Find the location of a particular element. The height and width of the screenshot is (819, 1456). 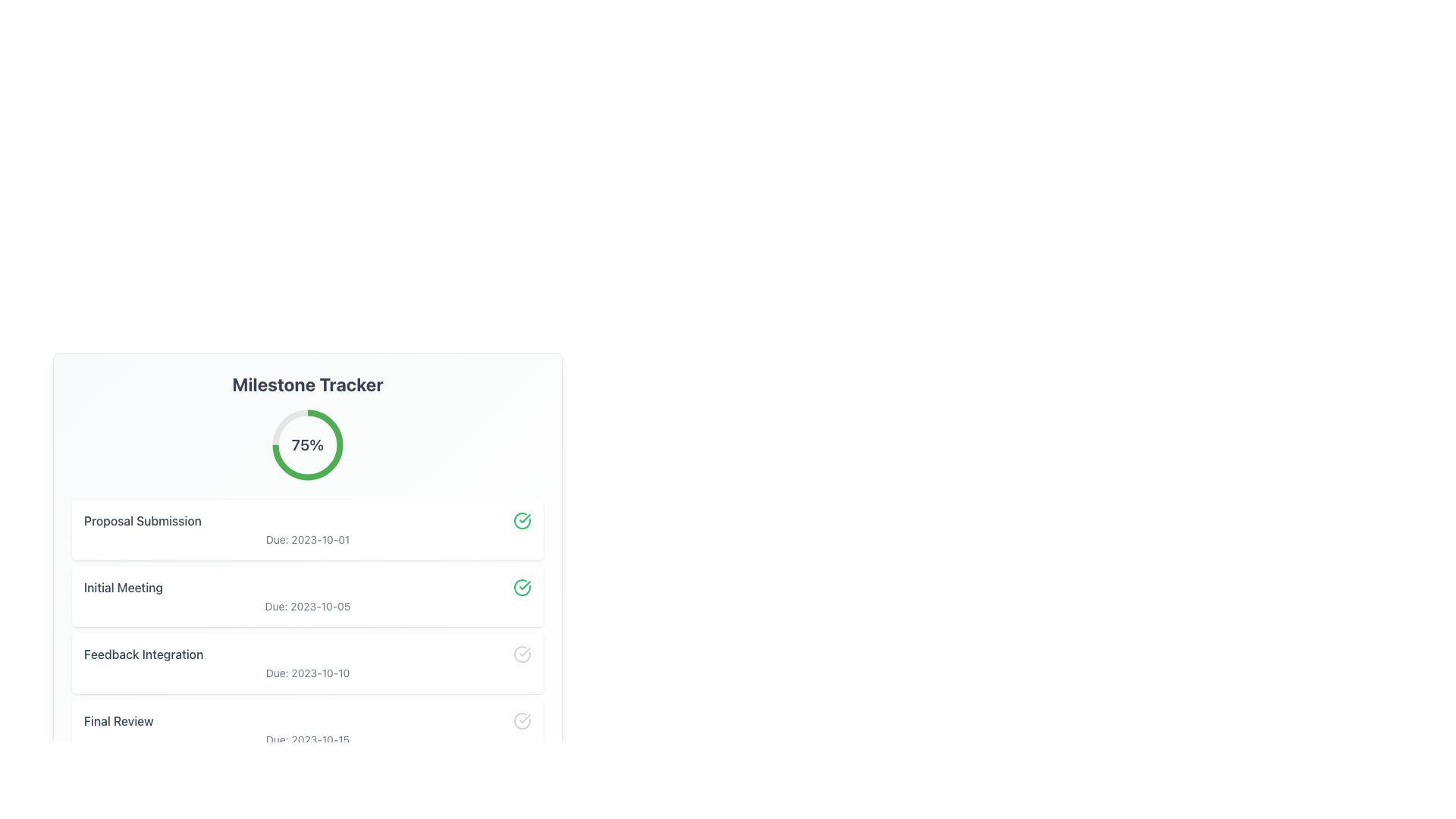

the 'Initial Meeting' milestone block in the Milestone Tracker section, which is the second block in the list and indicates a completed status with a green check icon is located at coordinates (307, 595).